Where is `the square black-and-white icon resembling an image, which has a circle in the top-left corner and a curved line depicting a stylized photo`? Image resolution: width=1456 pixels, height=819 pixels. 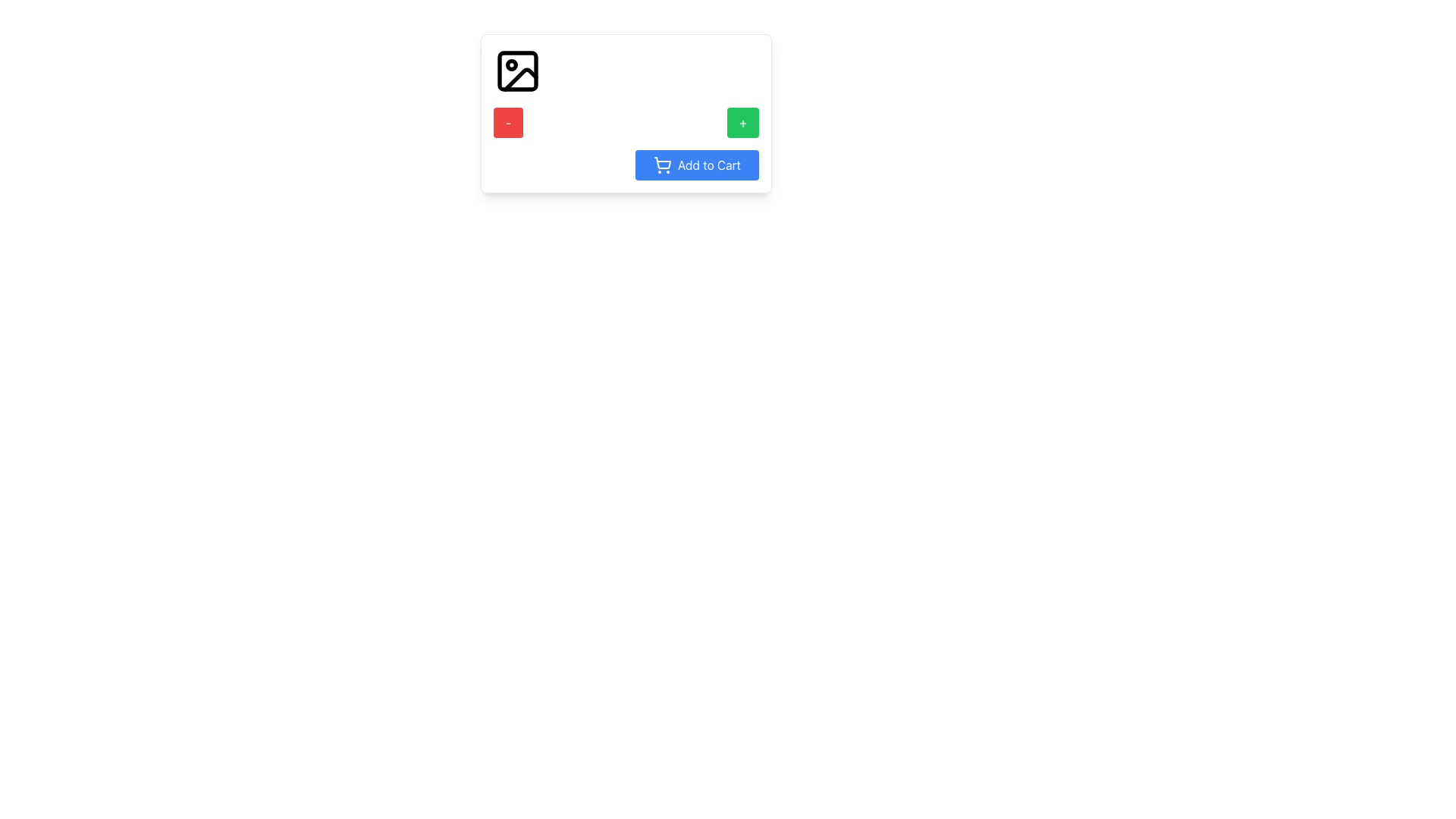
the square black-and-white icon resembling an image, which has a circle in the top-left corner and a curved line depicting a stylized photo is located at coordinates (517, 71).